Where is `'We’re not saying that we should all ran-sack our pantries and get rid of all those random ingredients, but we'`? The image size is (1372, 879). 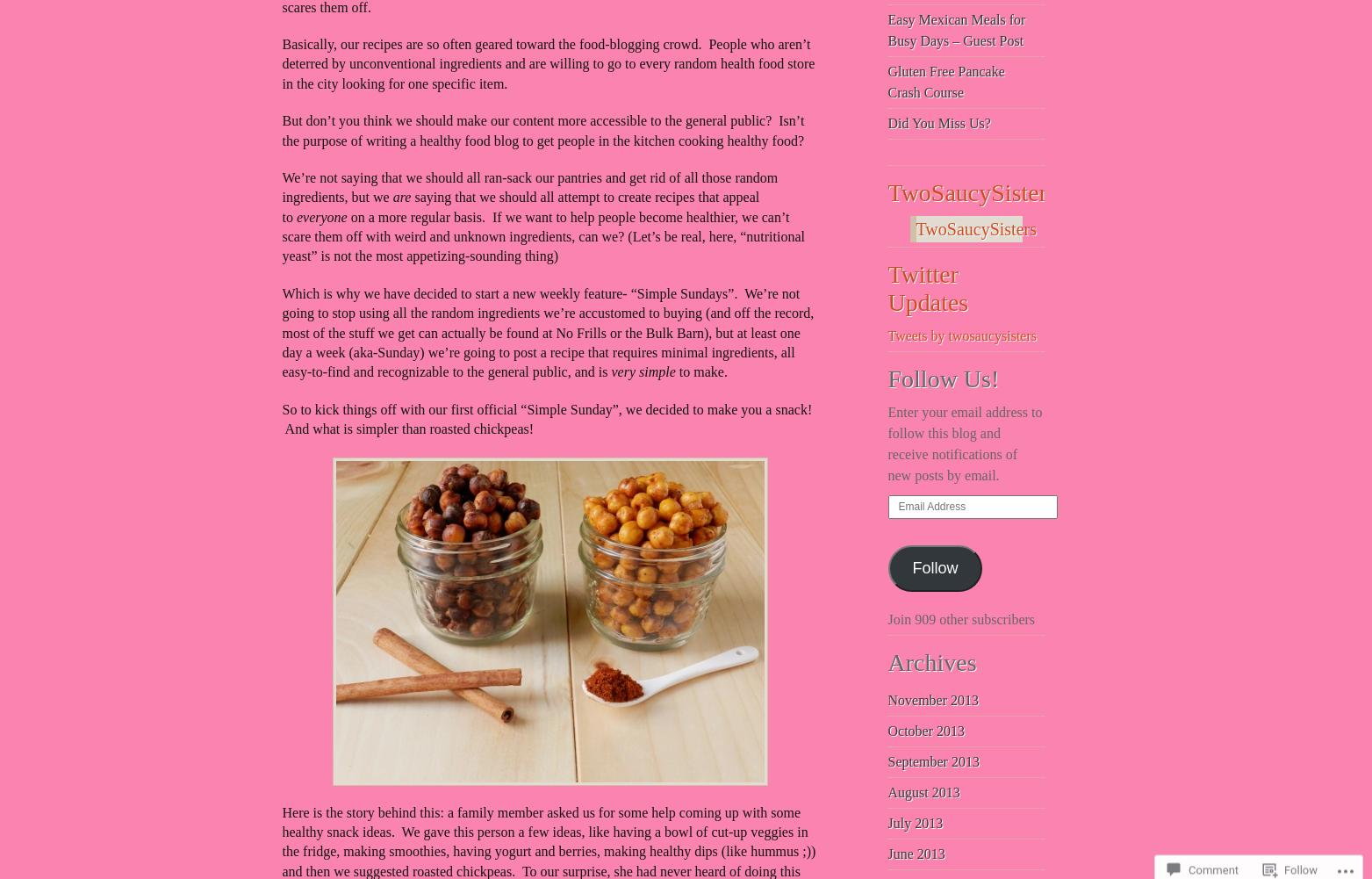
'We’re not saying that we should all ran-sack our pantries and get rid of all those random ingredients, but we' is located at coordinates (528, 187).